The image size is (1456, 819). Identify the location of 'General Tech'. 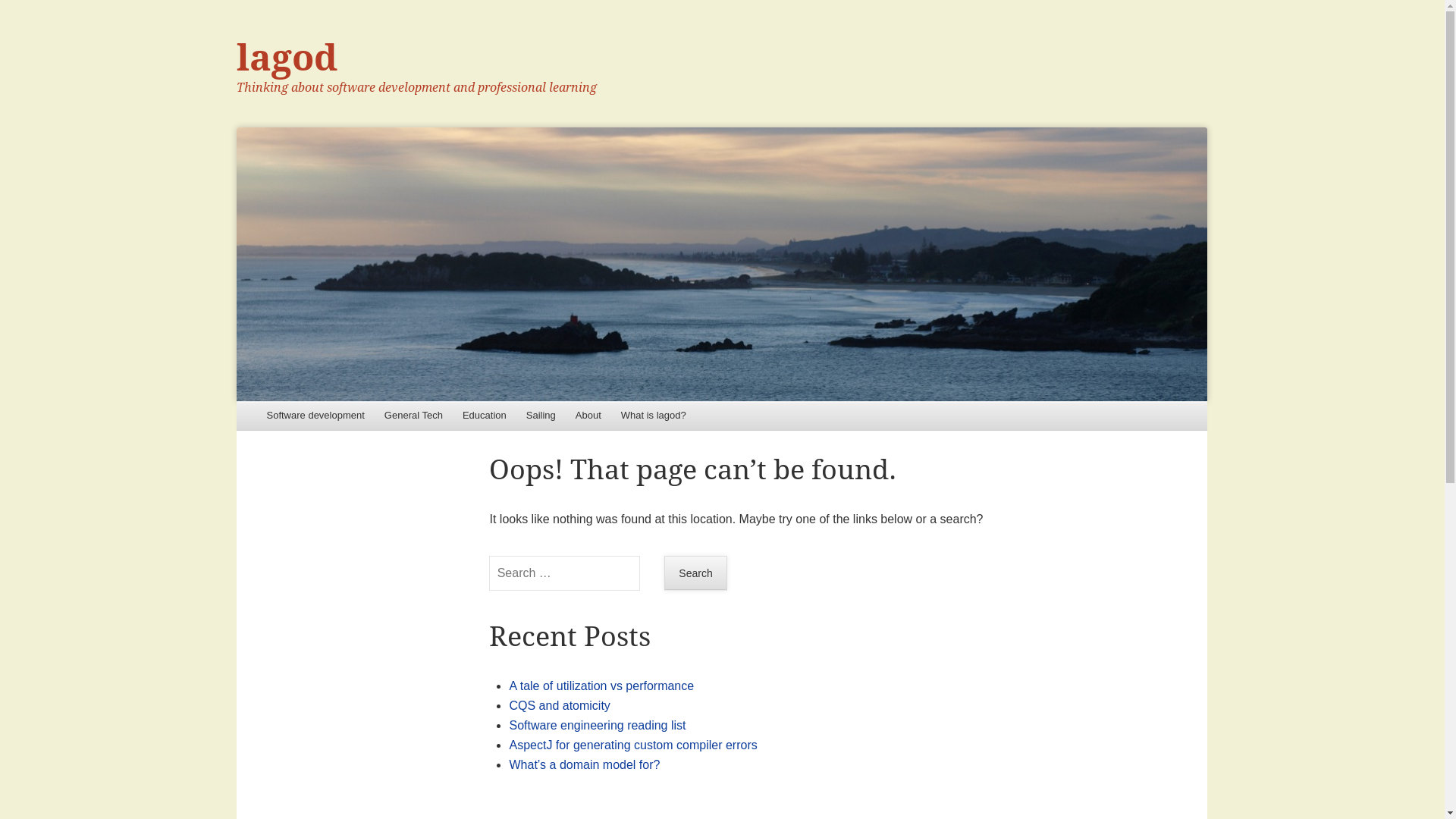
(413, 416).